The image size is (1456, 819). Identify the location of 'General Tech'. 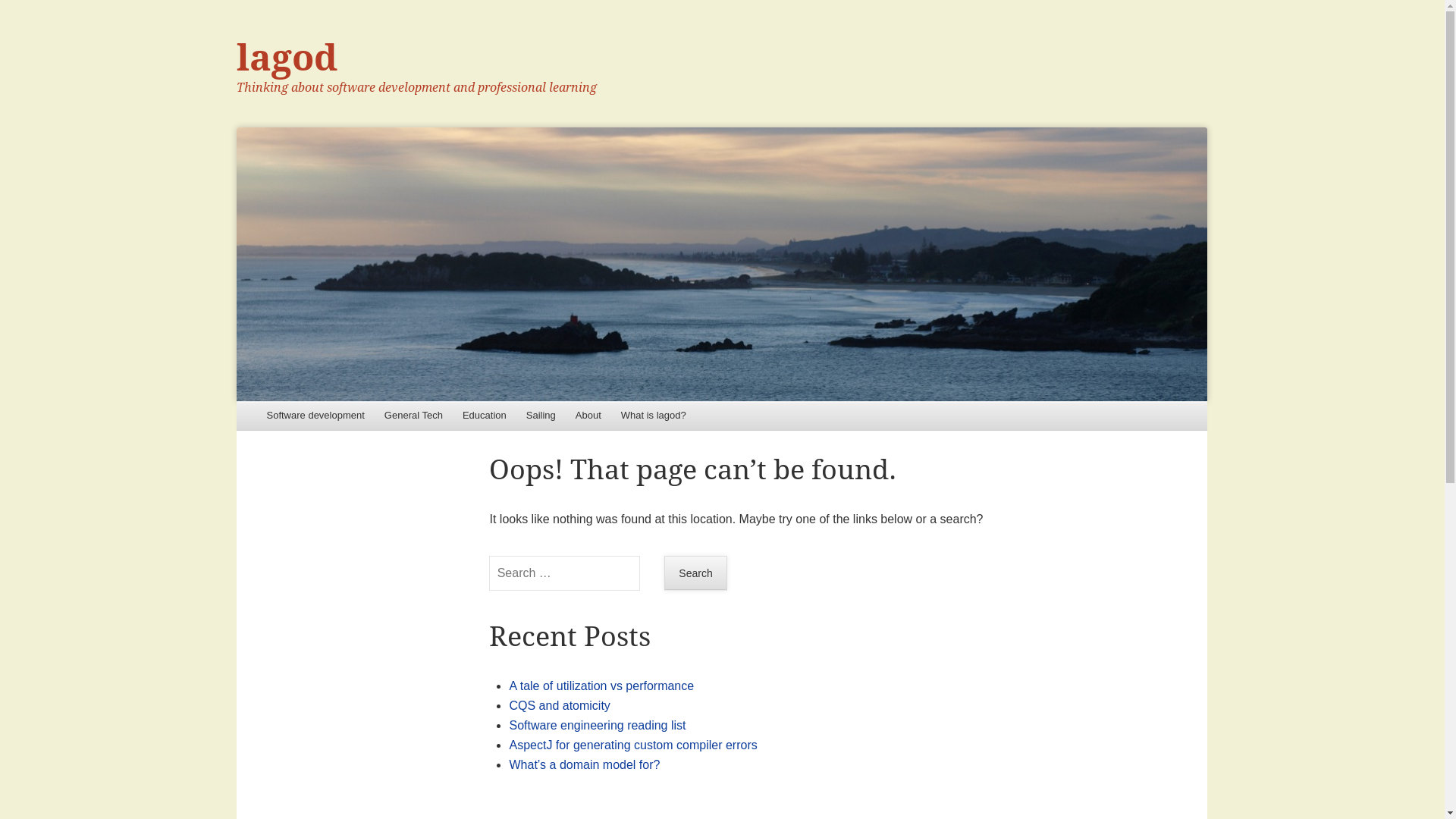
(413, 416).